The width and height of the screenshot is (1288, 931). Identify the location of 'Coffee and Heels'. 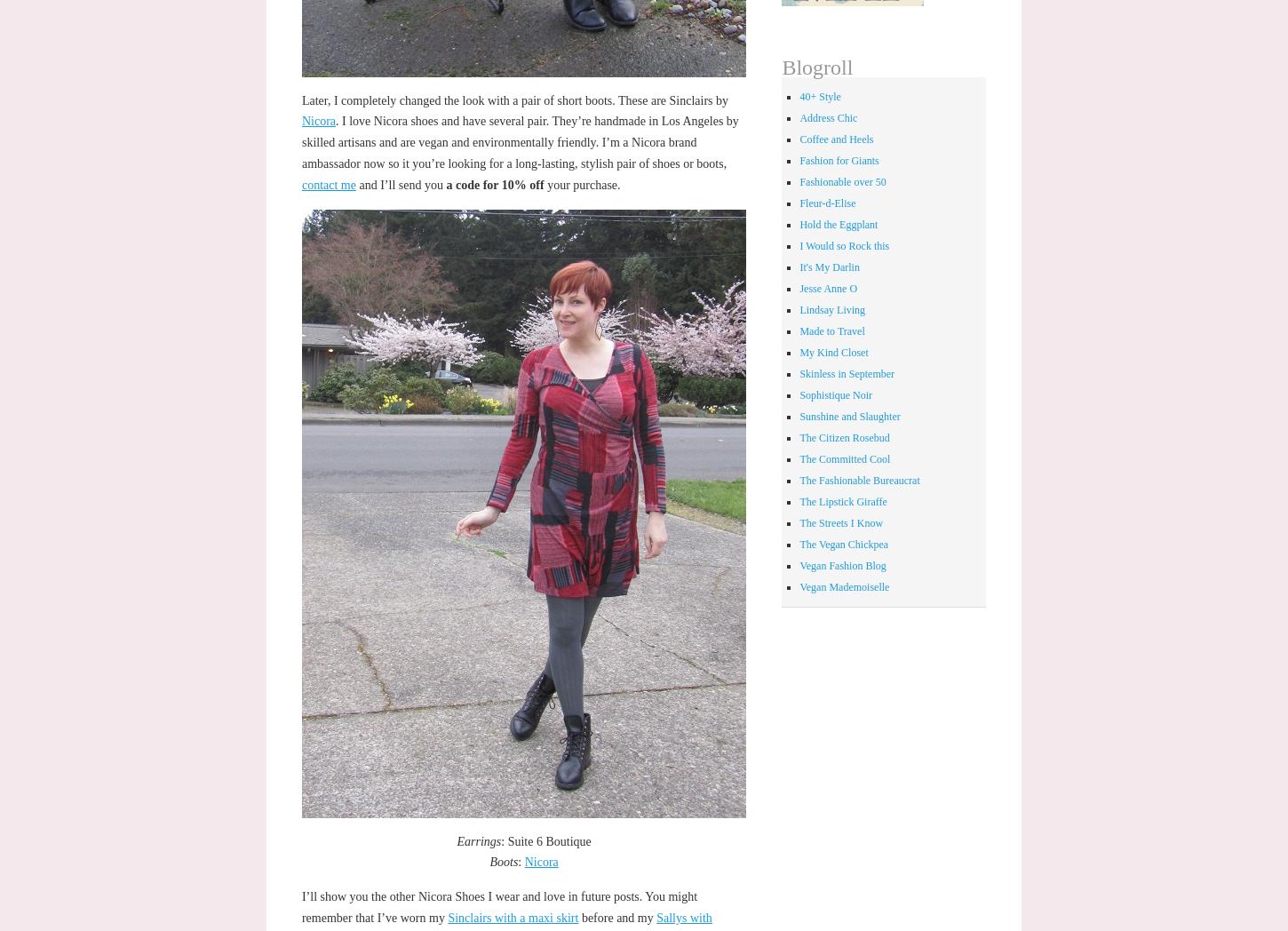
(835, 139).